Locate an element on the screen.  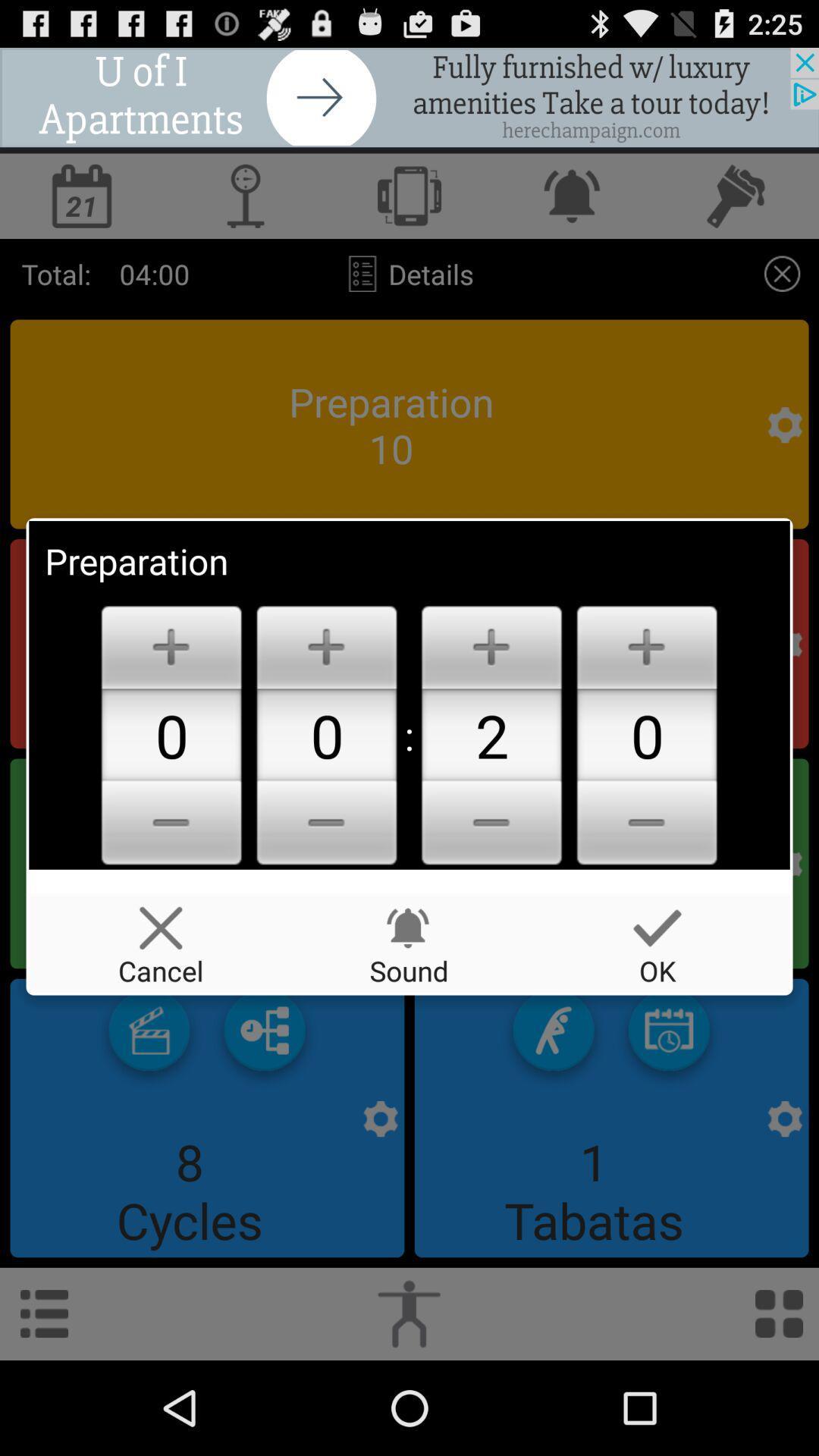
the list icon is located at coordinates (43, 1405).